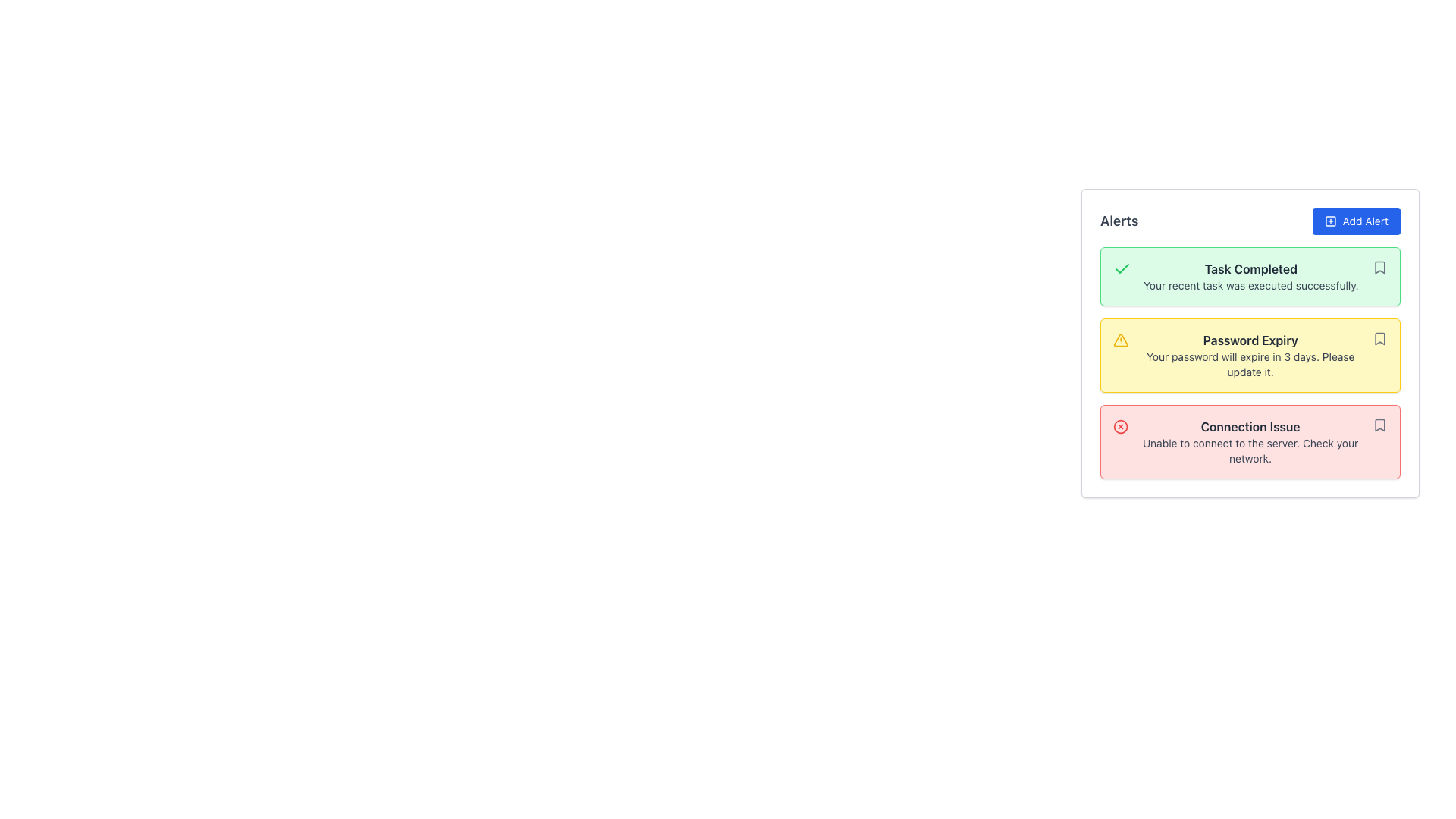  I want to click on the Notification Card displaying 'Task Completed' with a light green background and rounded corners in the Alerts section, so click(1250, 277).